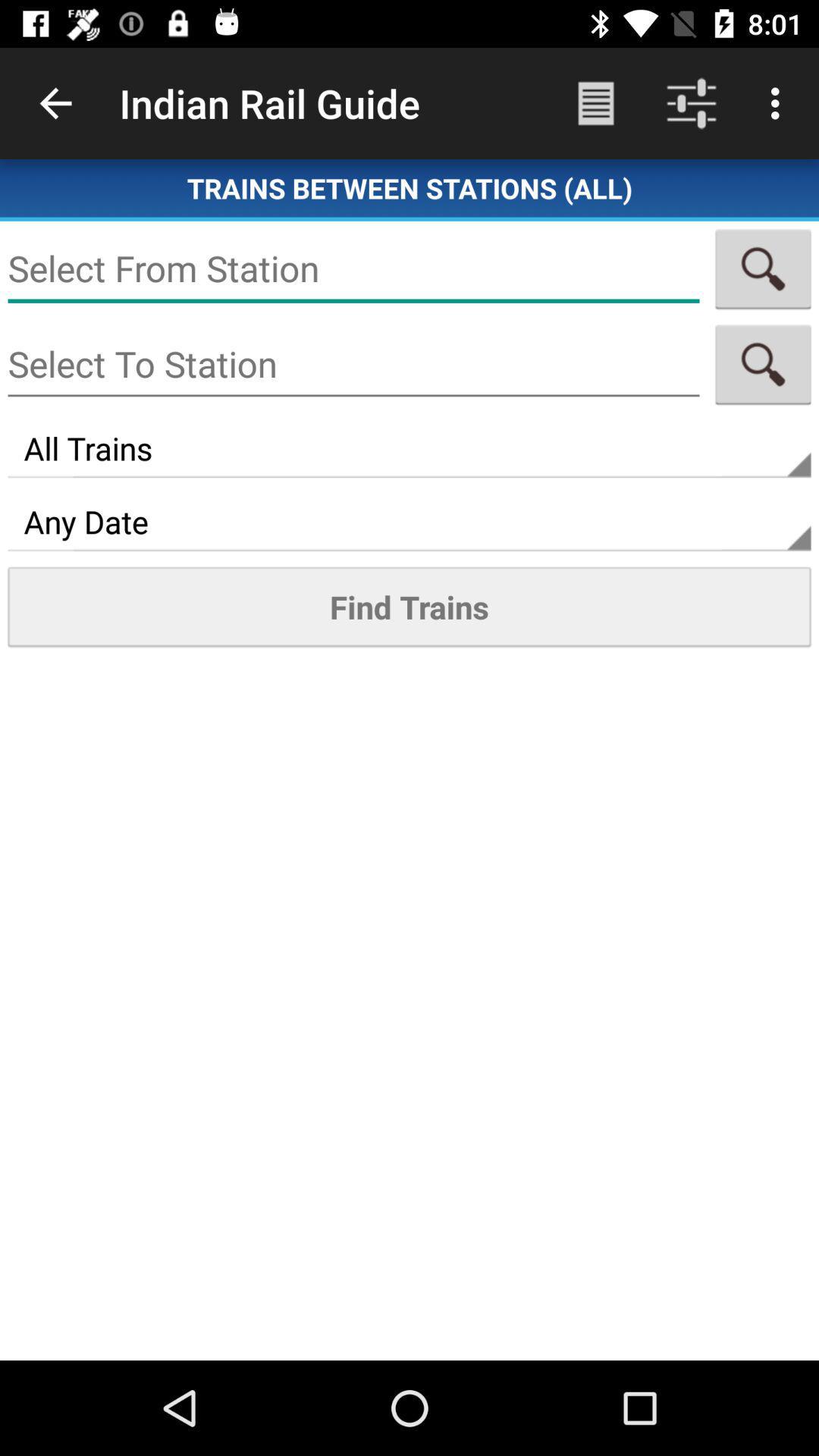 This screenshot has width=819, height=1456. I want to click on running train from, so click(353, 268).